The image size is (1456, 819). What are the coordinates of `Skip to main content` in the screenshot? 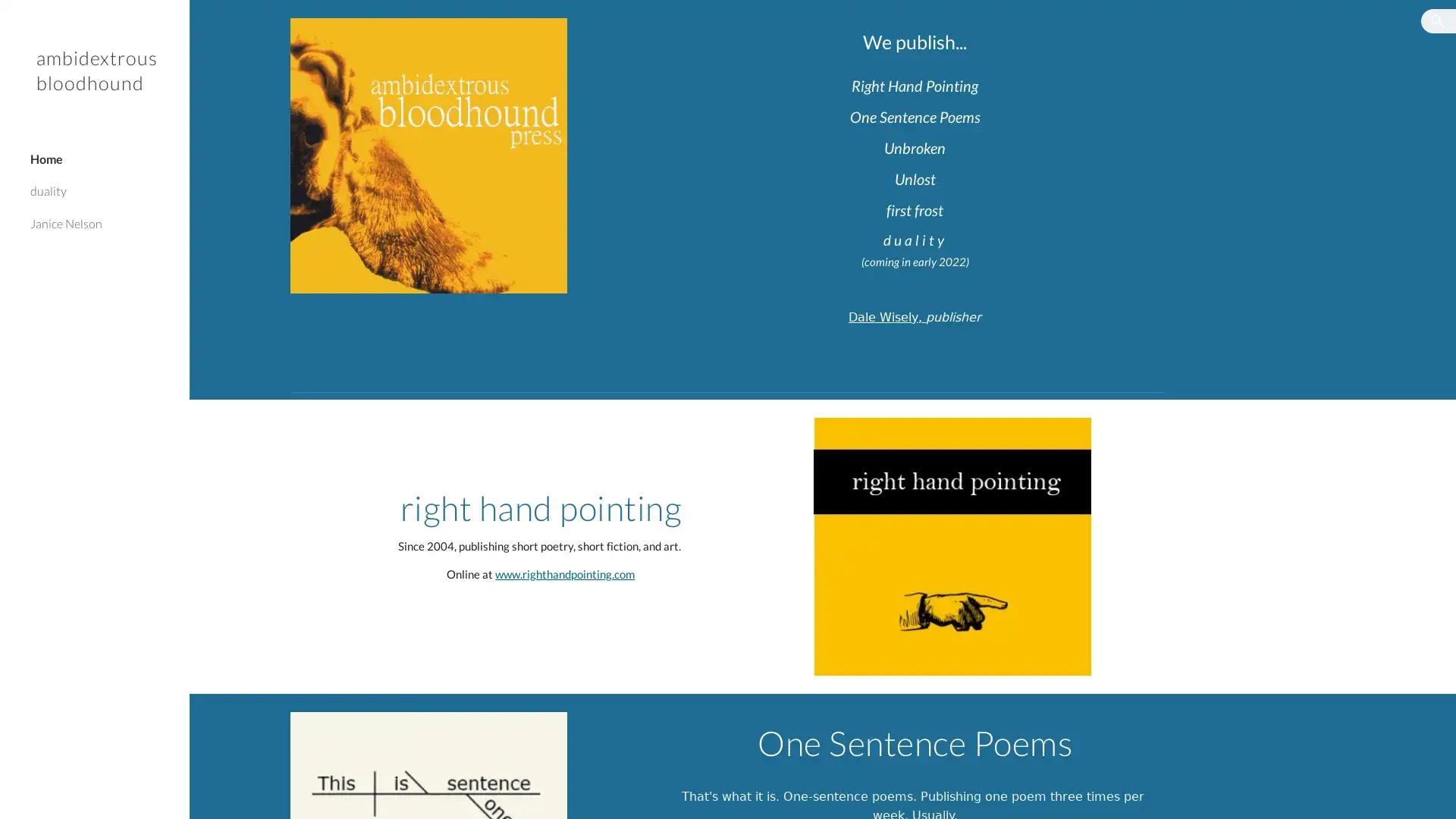 It's located at (597, 28).